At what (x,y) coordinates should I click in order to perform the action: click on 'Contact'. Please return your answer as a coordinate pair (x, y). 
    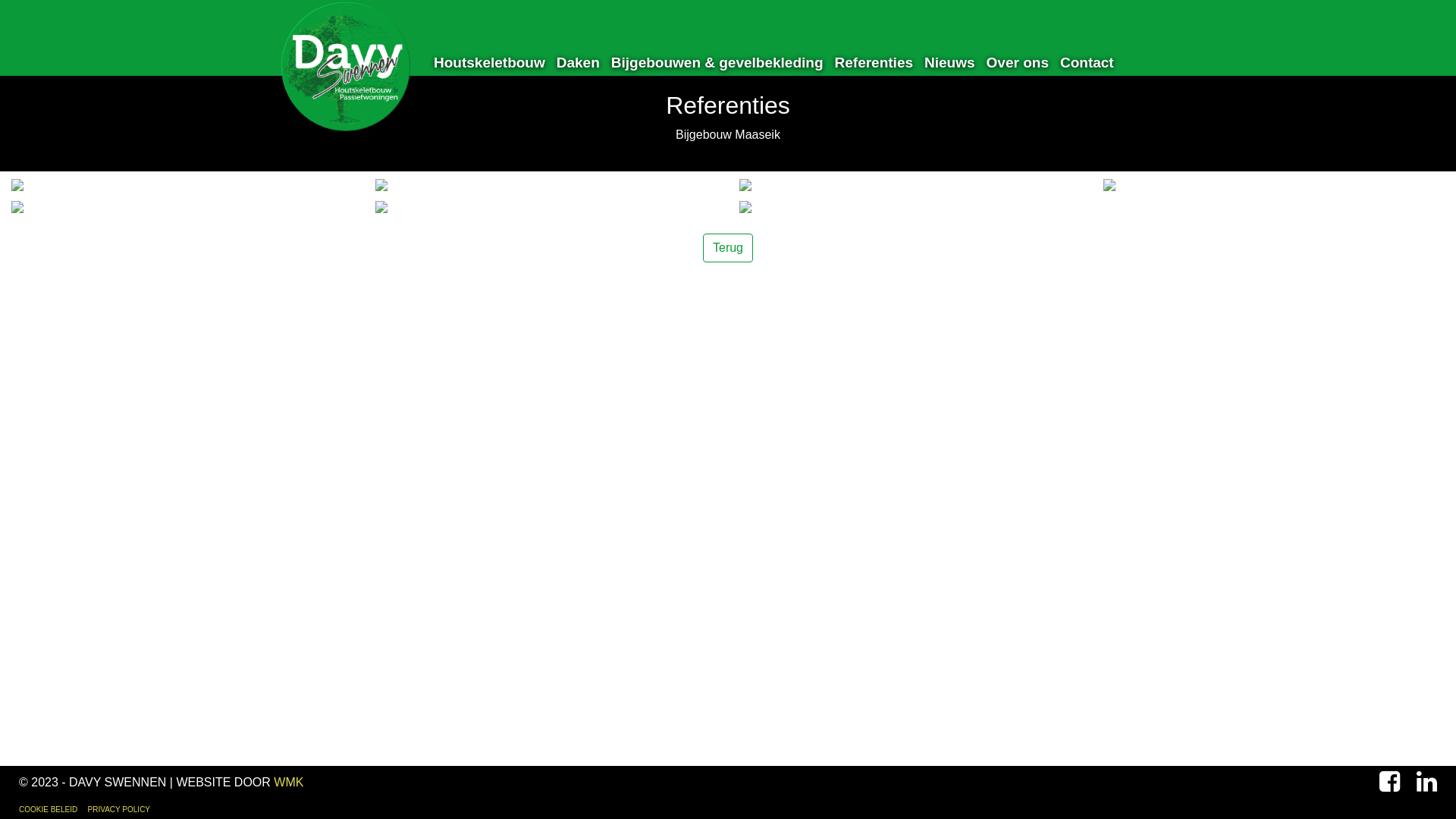
    Looking at the image, I should click on (1047, 61).